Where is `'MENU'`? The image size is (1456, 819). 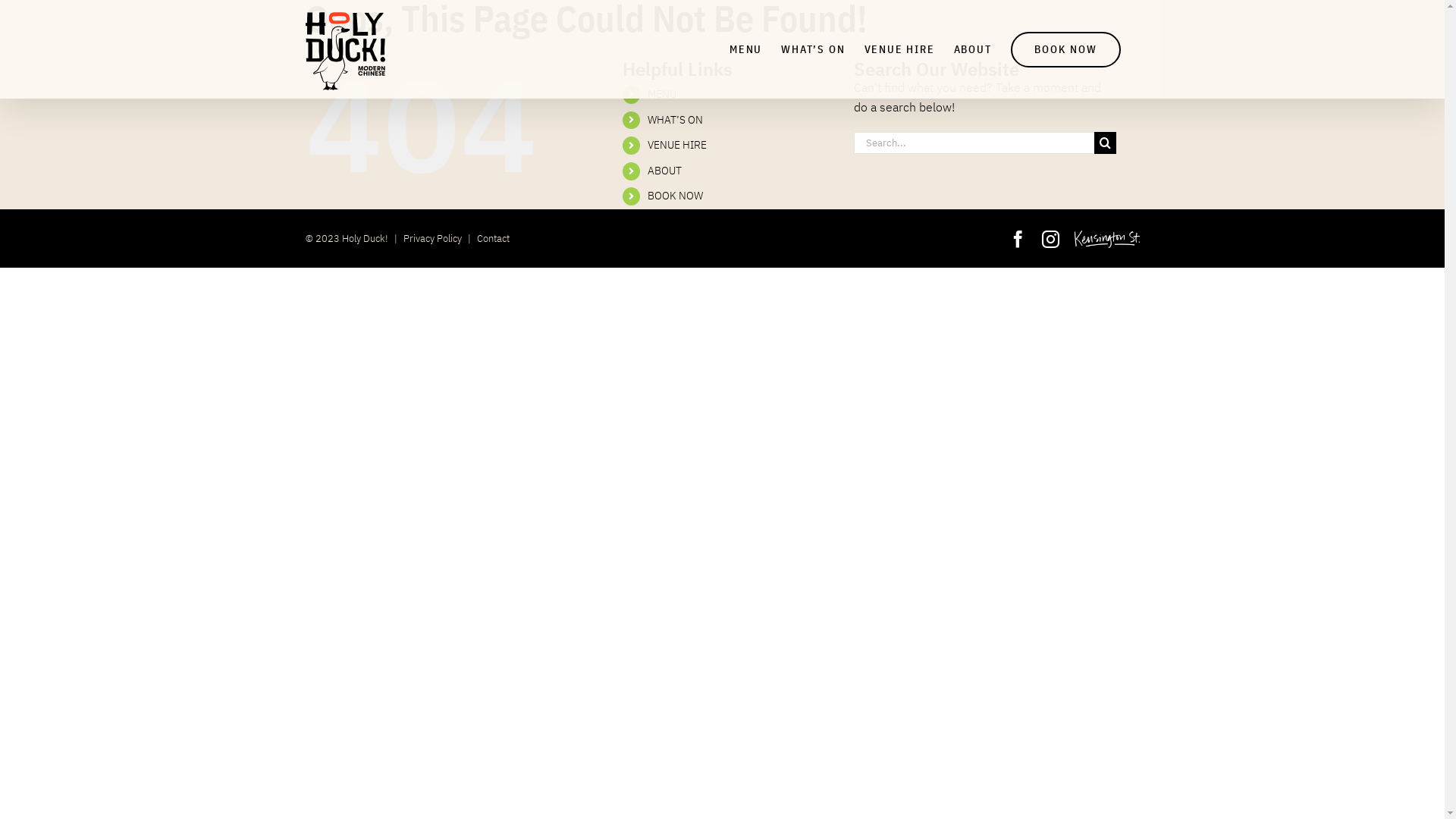
'MENU' is located at coordinates (745, 49).